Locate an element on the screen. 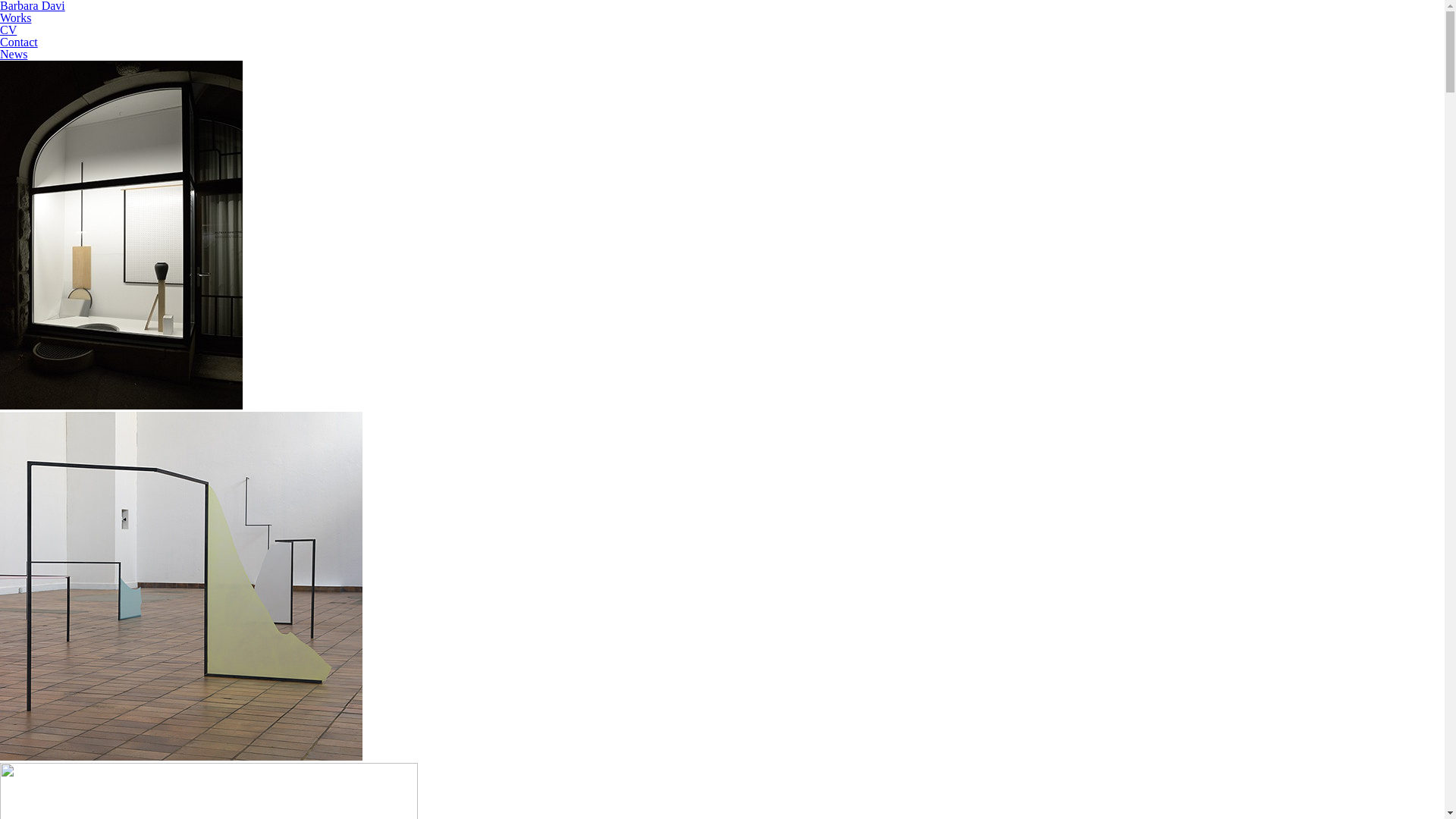 The width and height of the screenshot is (1456, 819). 'CV' is located at coordinates (0, 30).